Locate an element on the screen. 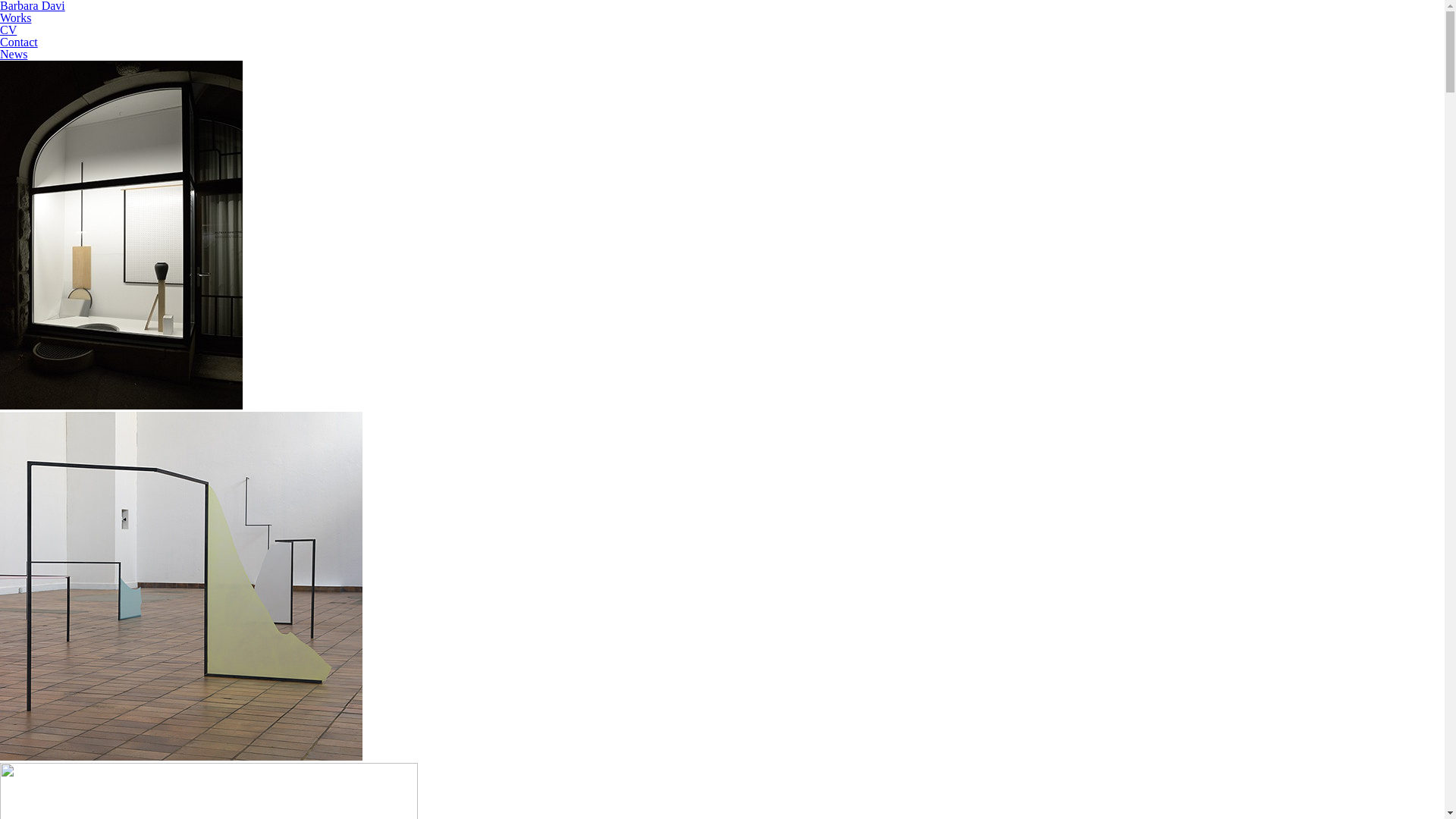 The width and height of the screenshot is (1456, 819). 'CV' is located at coordinates (0, 30).